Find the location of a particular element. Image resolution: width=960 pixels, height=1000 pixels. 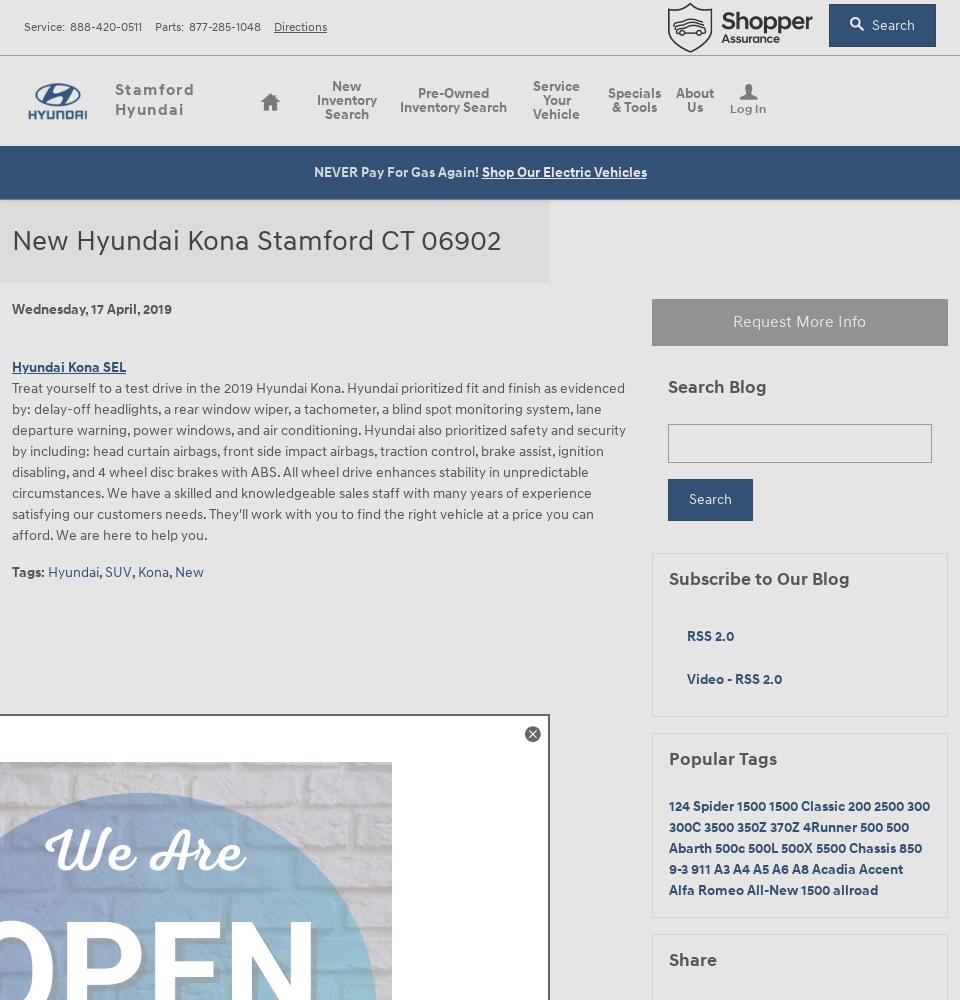

'Request More Info' is located at coordinates (799, 320).